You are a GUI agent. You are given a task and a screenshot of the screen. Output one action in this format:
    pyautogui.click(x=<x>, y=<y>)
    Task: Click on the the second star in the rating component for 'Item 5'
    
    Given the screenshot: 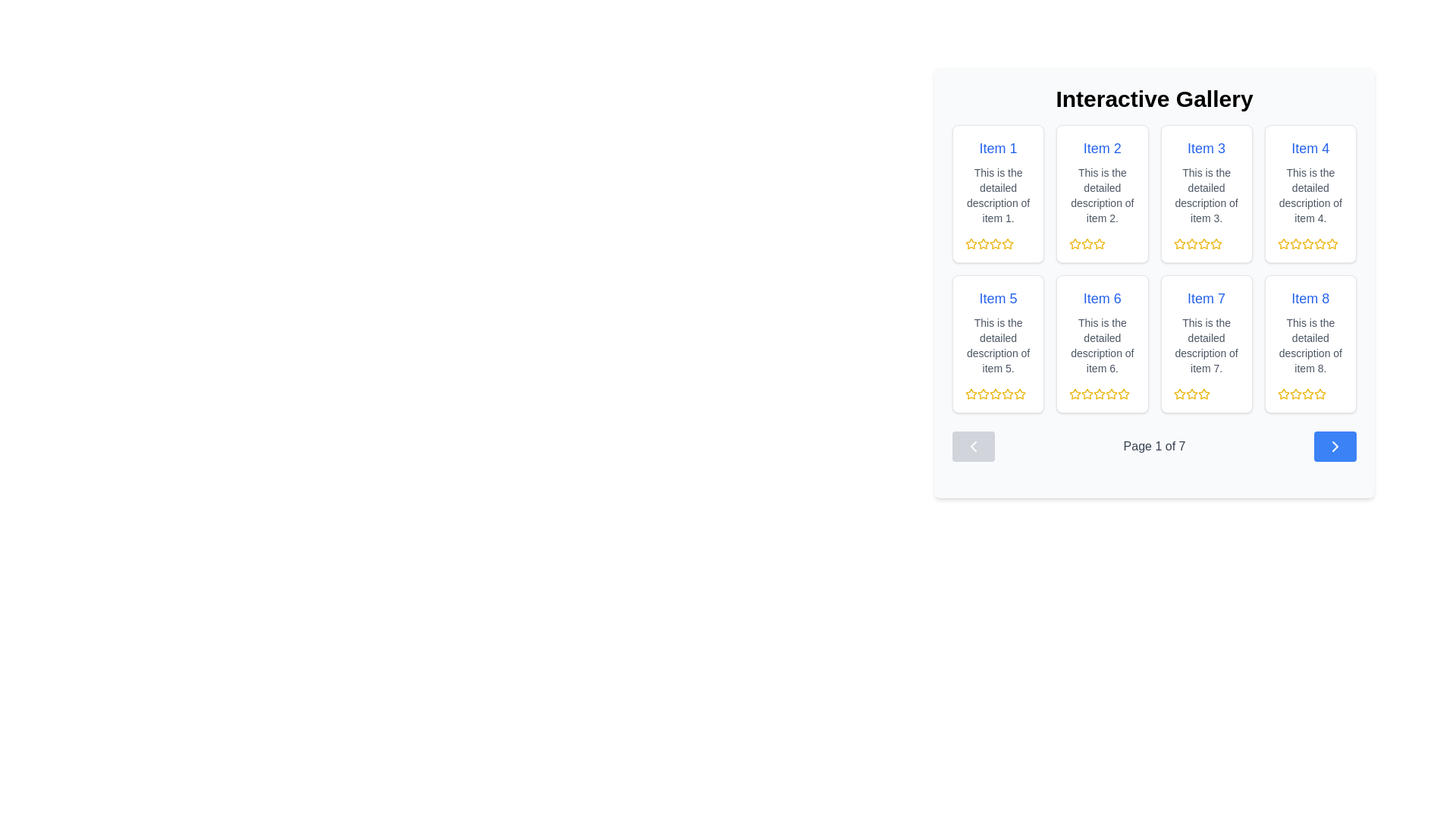 What is the action you would take?
    pyautogui.click(x=1008, y=393)
    